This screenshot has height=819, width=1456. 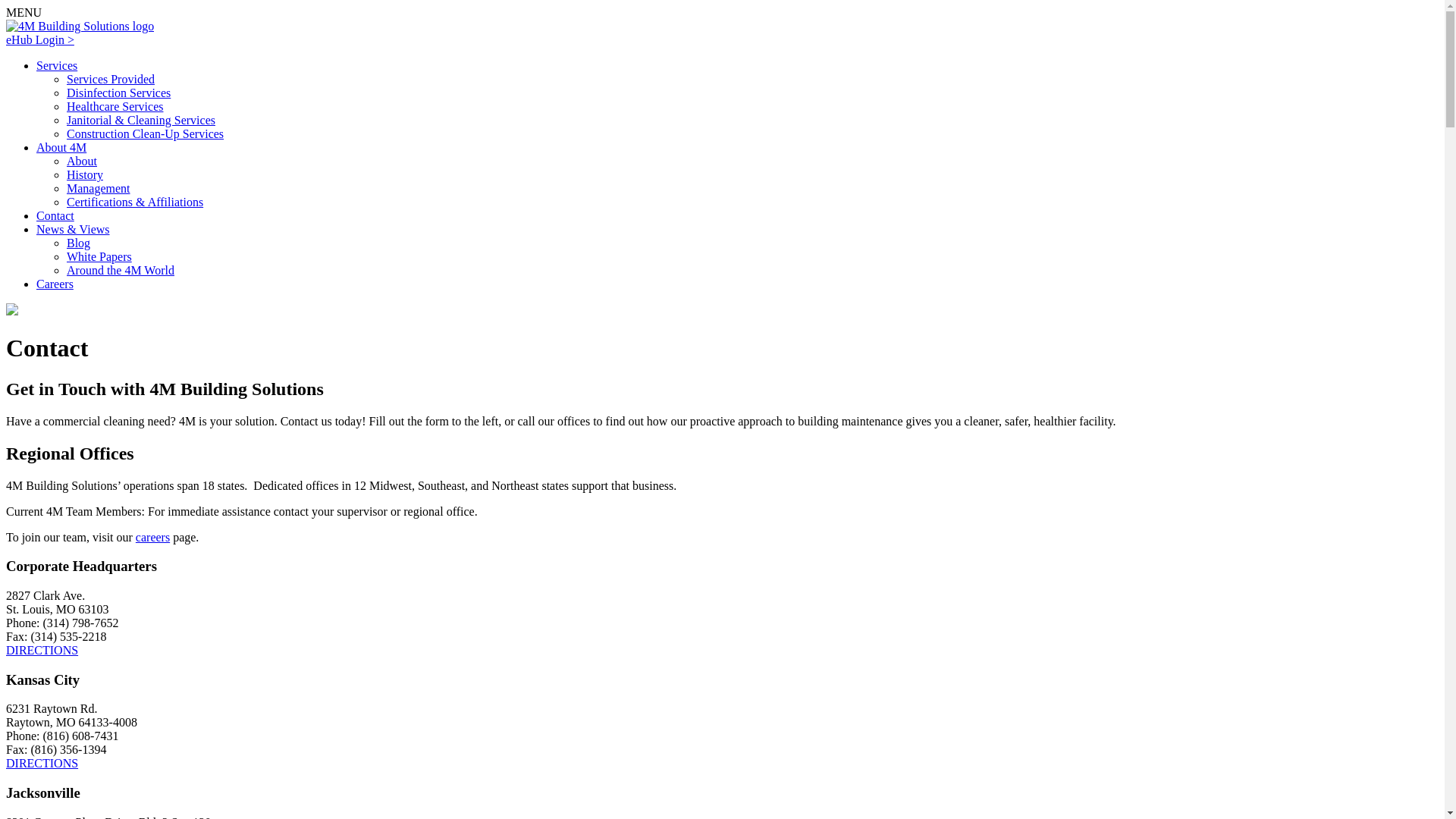 What do you see at coordinates (6, 12) in the screenshot?
I see `'MENU'` at bounding box center [6, 12].